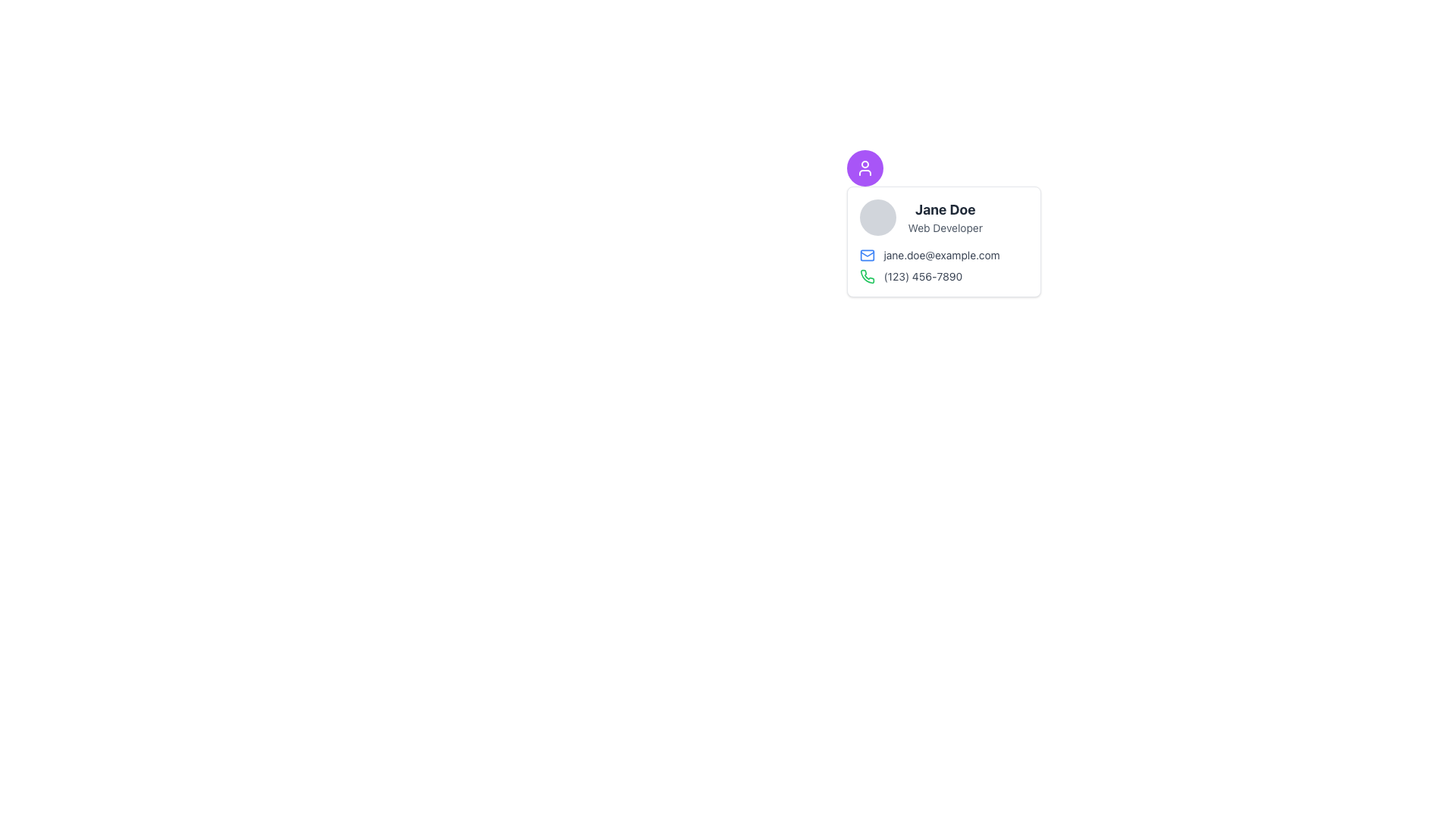  Describe the element at coordinates (944, 227) in the screenshot. I see `the 'Web Developer' text label, which is styled in a small gray font and located below the bolded text 'Jane Doe' within a card layout` at that location.